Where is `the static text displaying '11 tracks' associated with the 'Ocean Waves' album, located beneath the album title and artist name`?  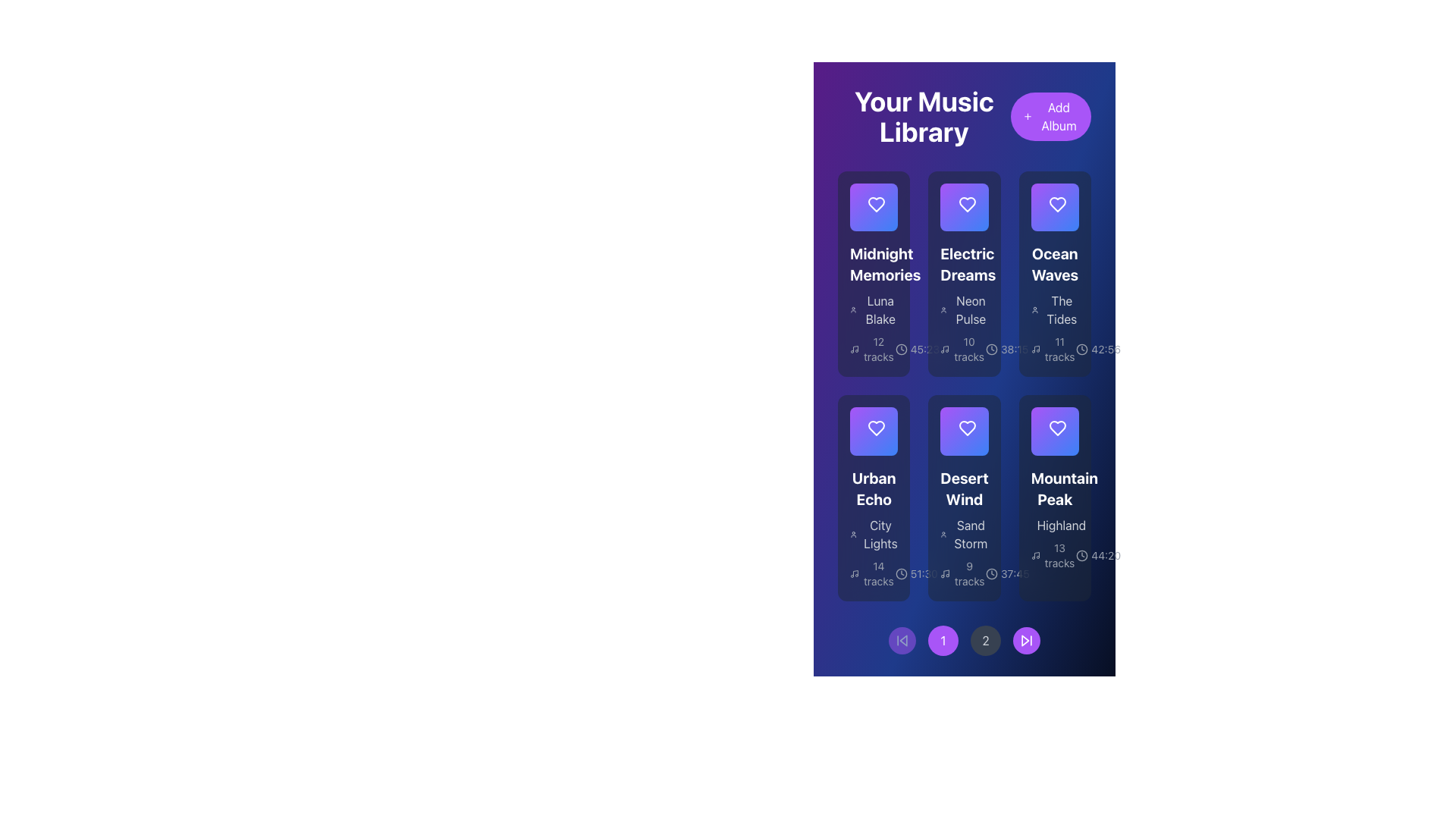 the static text displaying '11 tracks' associated with the 'Ocean Waves' album, located beneath the album title and artist name is located at coordinates (1059, 350).